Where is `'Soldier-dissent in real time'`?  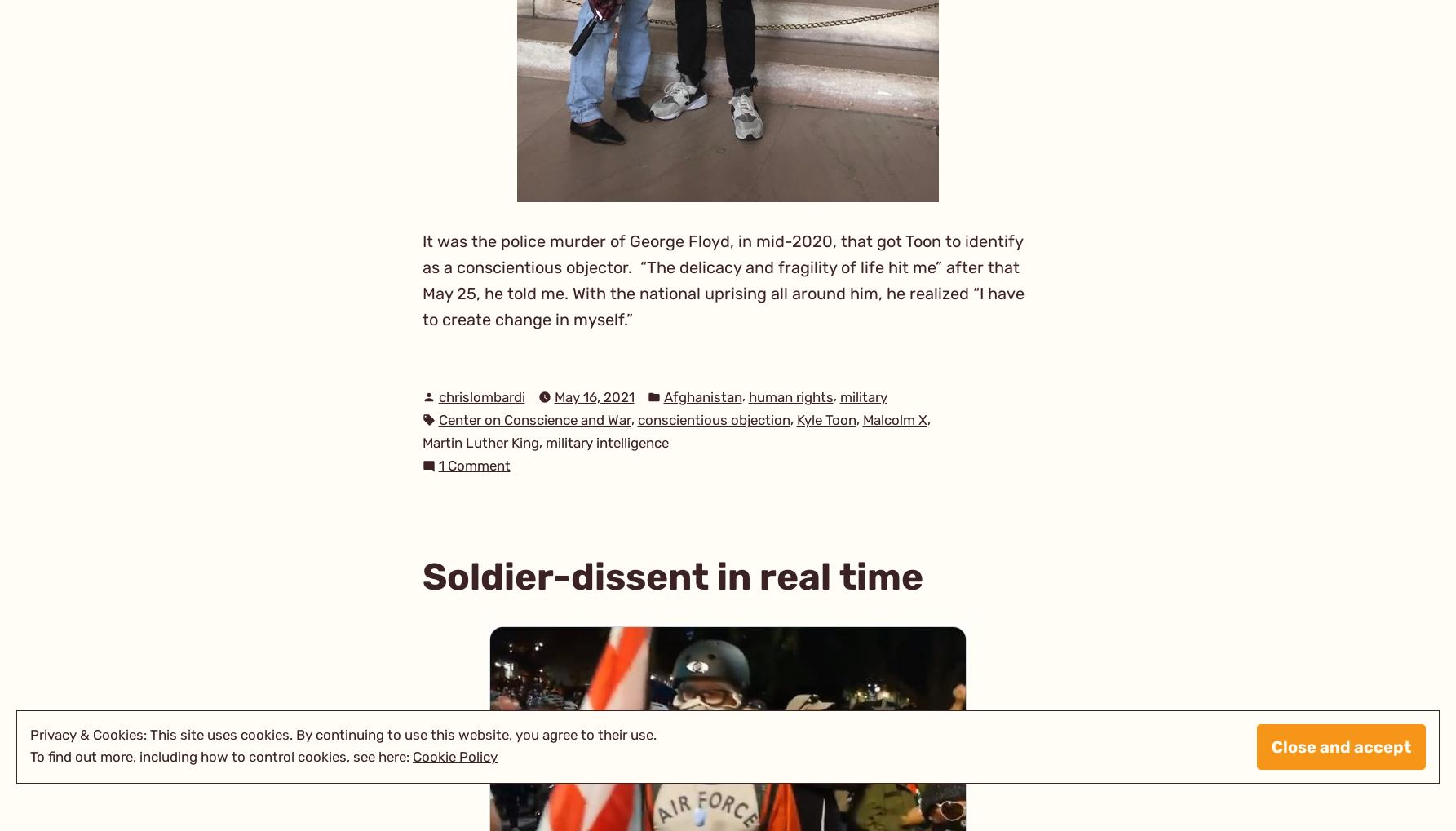
'Soldier-dissent in real time' is located at coordinates (671, 576).